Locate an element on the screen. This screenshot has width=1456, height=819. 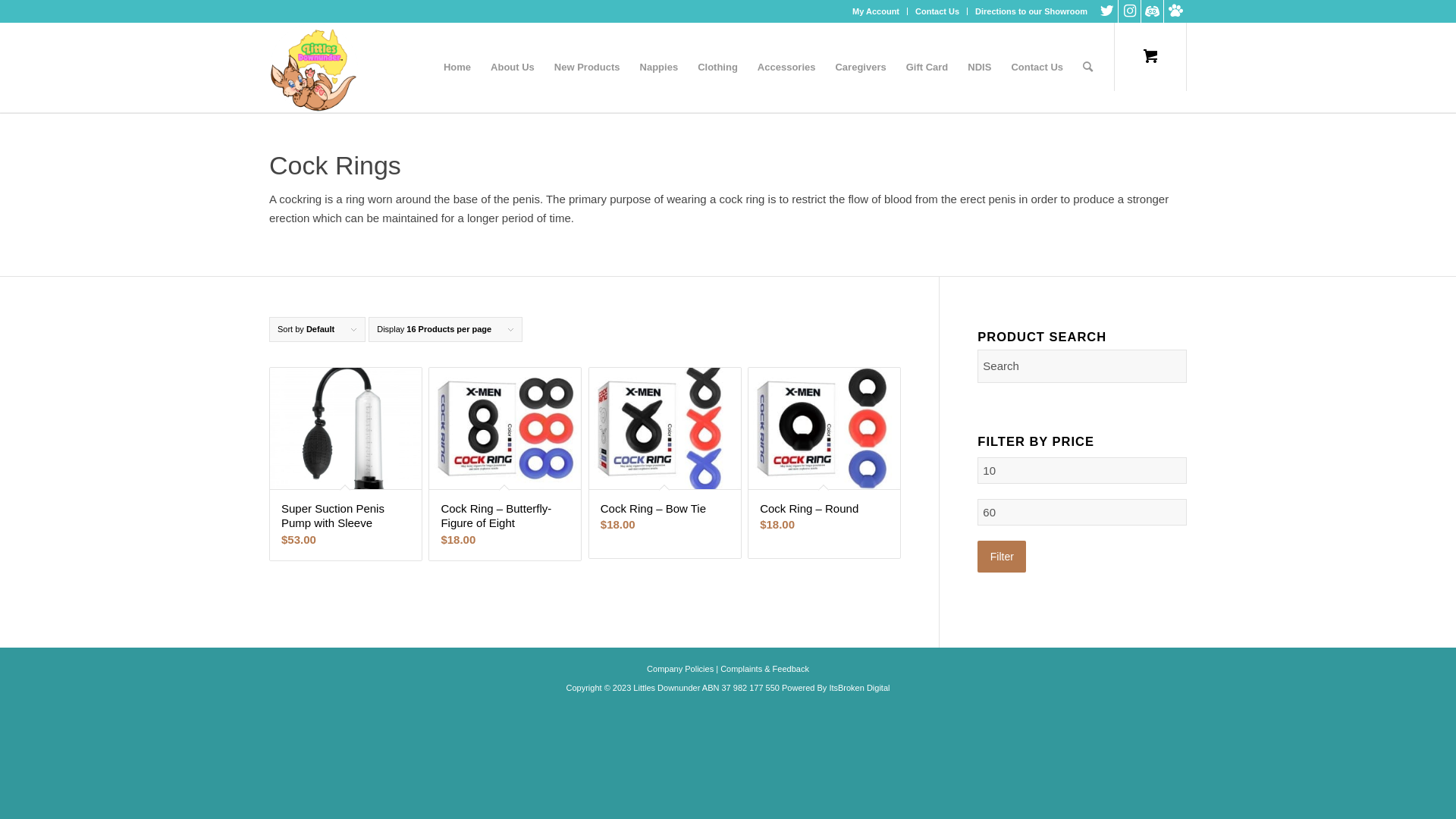
'Company Policies' is located at coordinates (679, 668).